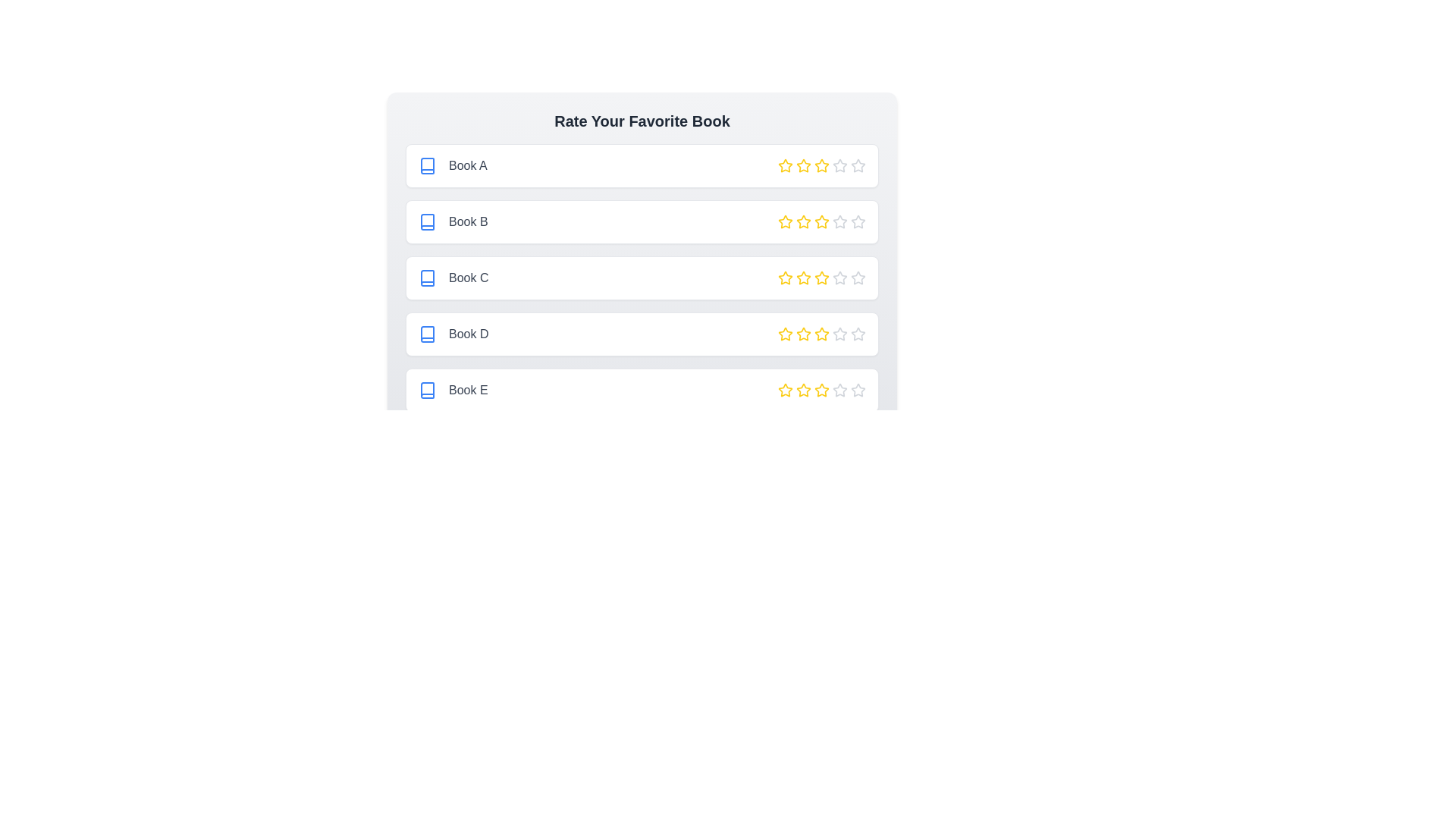  What do you see at coordinates (858, 166) in the screenshot?
I see `the star corresponding to 5 stars for the book titled Book A` at bounding box center [858, 166].